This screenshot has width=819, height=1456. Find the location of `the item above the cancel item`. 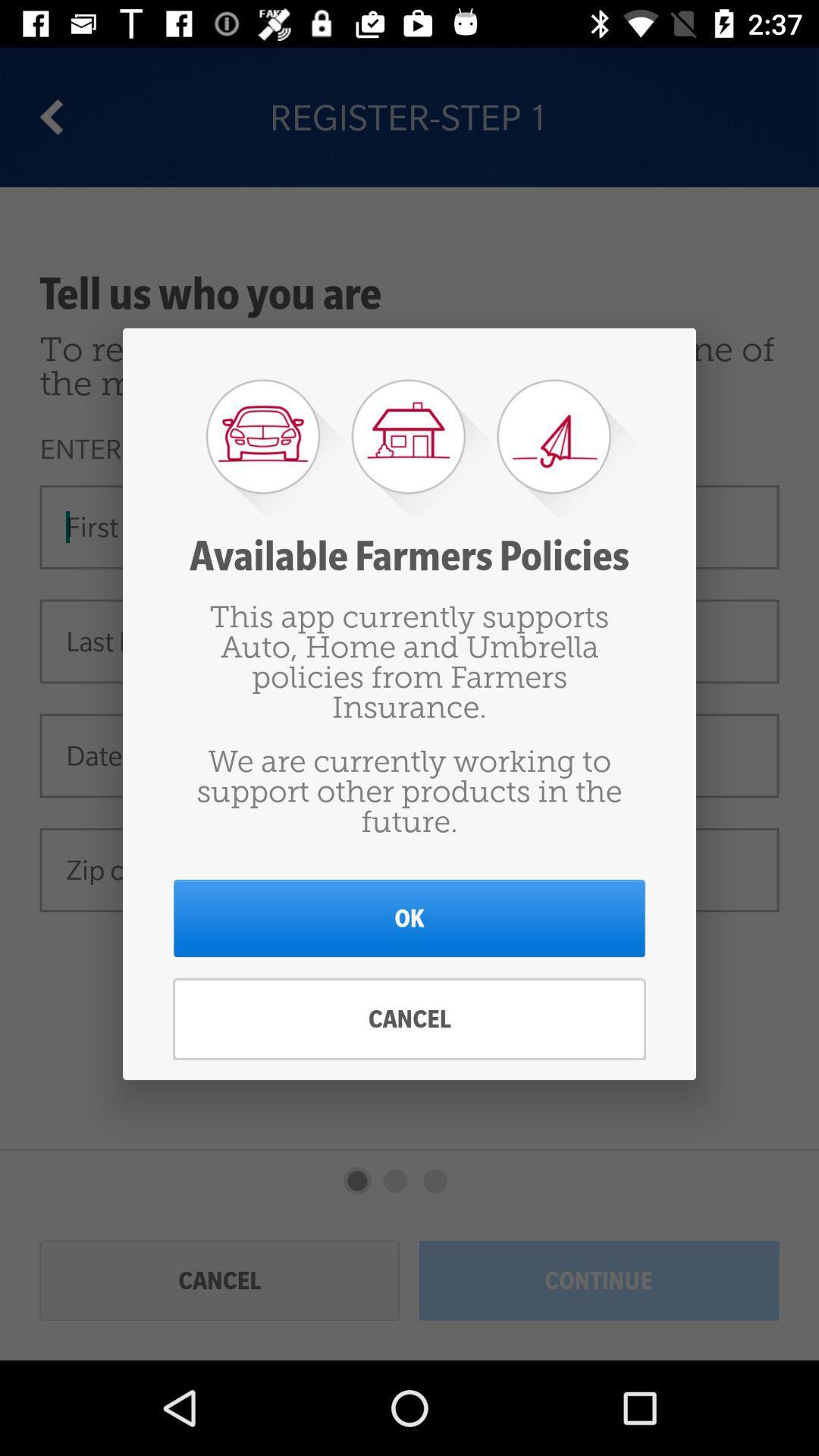

the item above the cancel item is located at coordinates (409, 918).